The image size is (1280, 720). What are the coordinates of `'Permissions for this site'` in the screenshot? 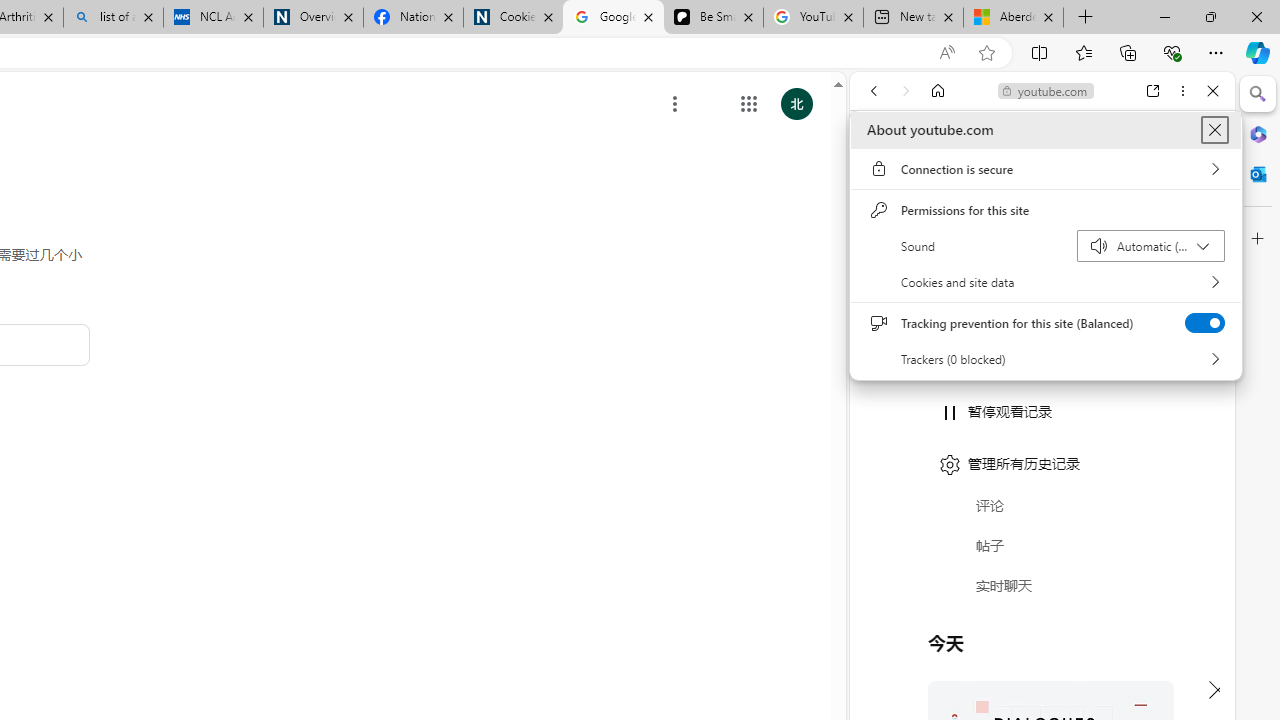 It's located at (1045, 210).